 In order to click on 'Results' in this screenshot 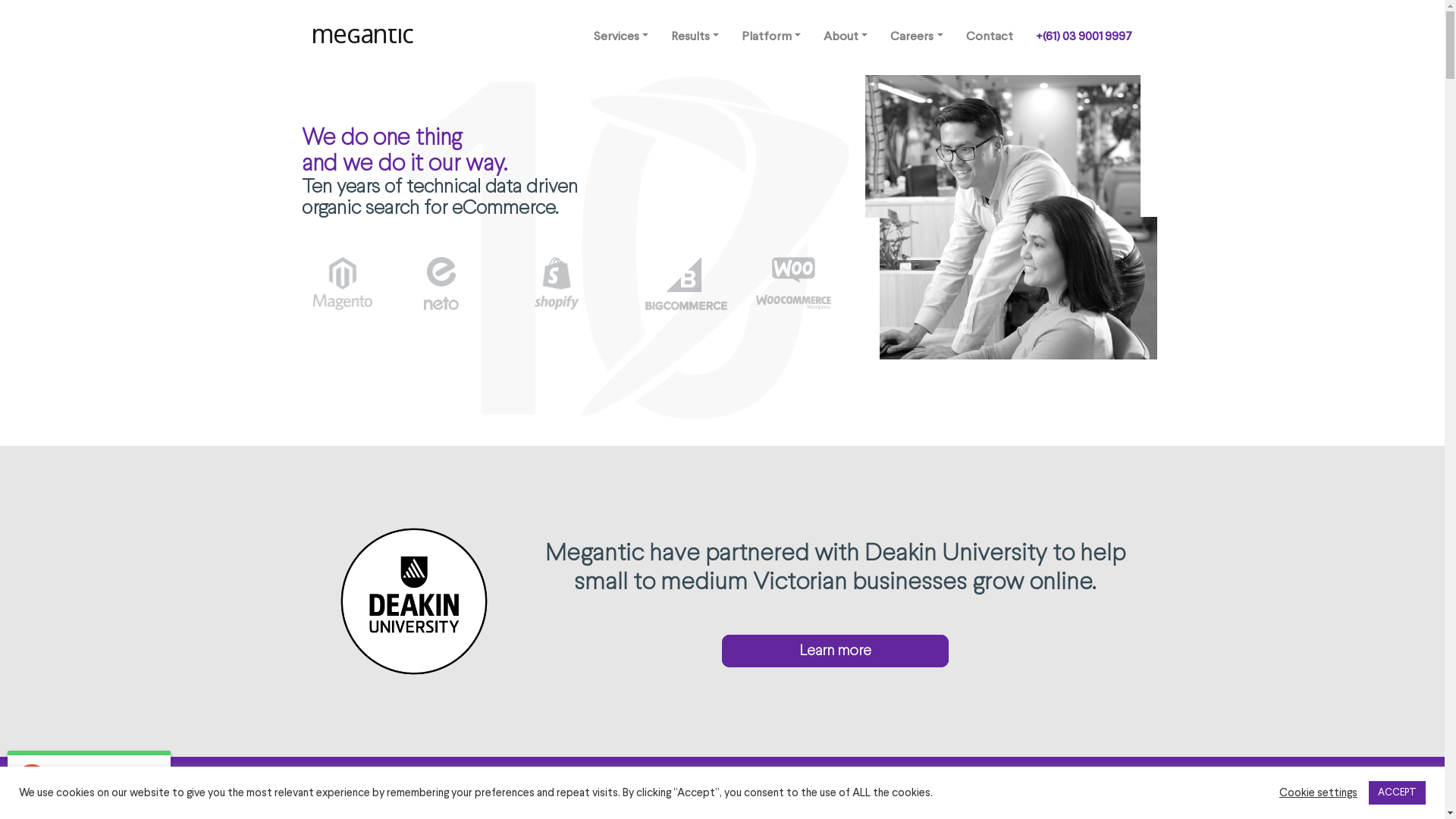, I will do `click(694, 36)`.